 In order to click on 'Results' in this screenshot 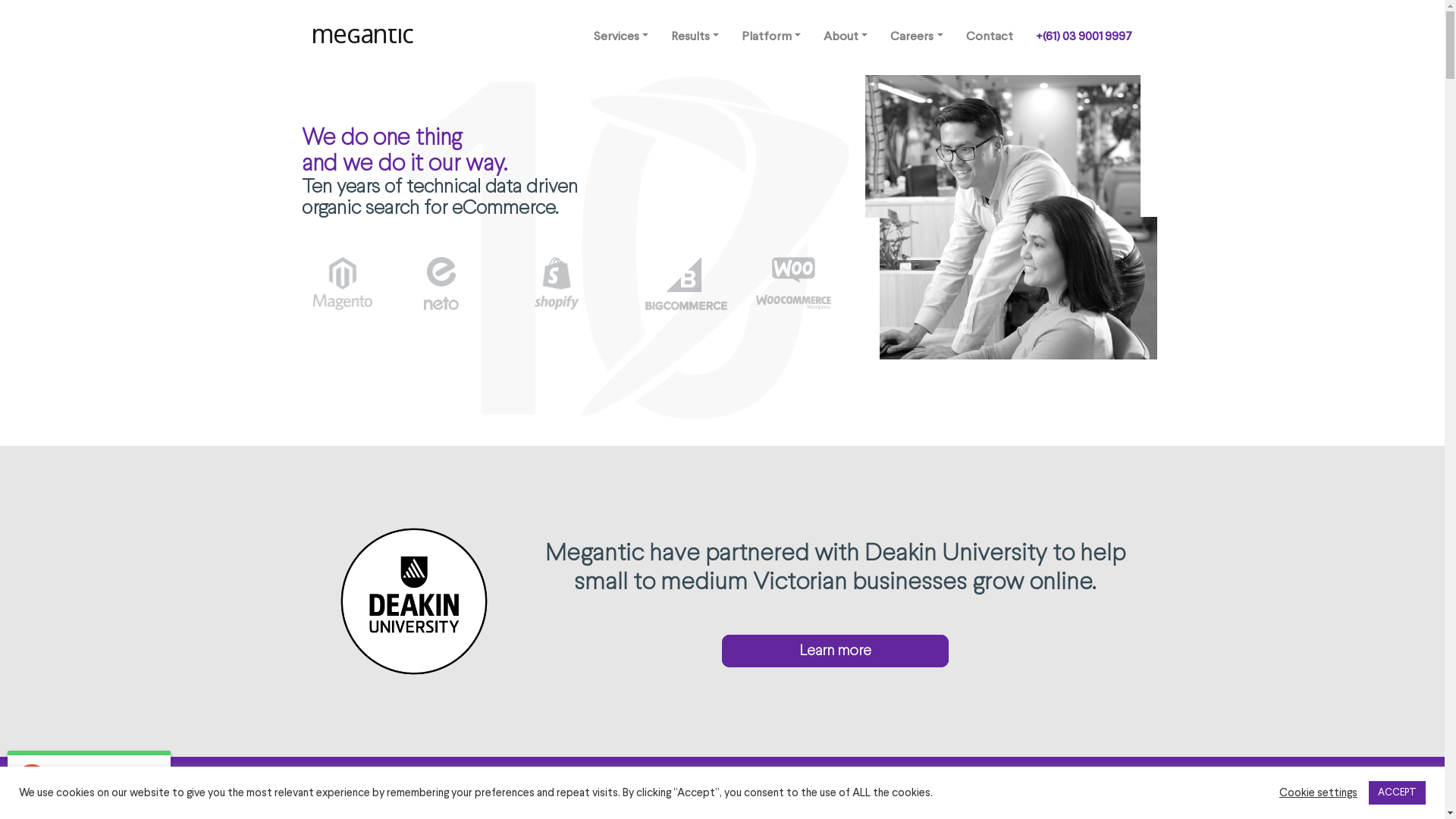, I will do `click(694, 36)`.